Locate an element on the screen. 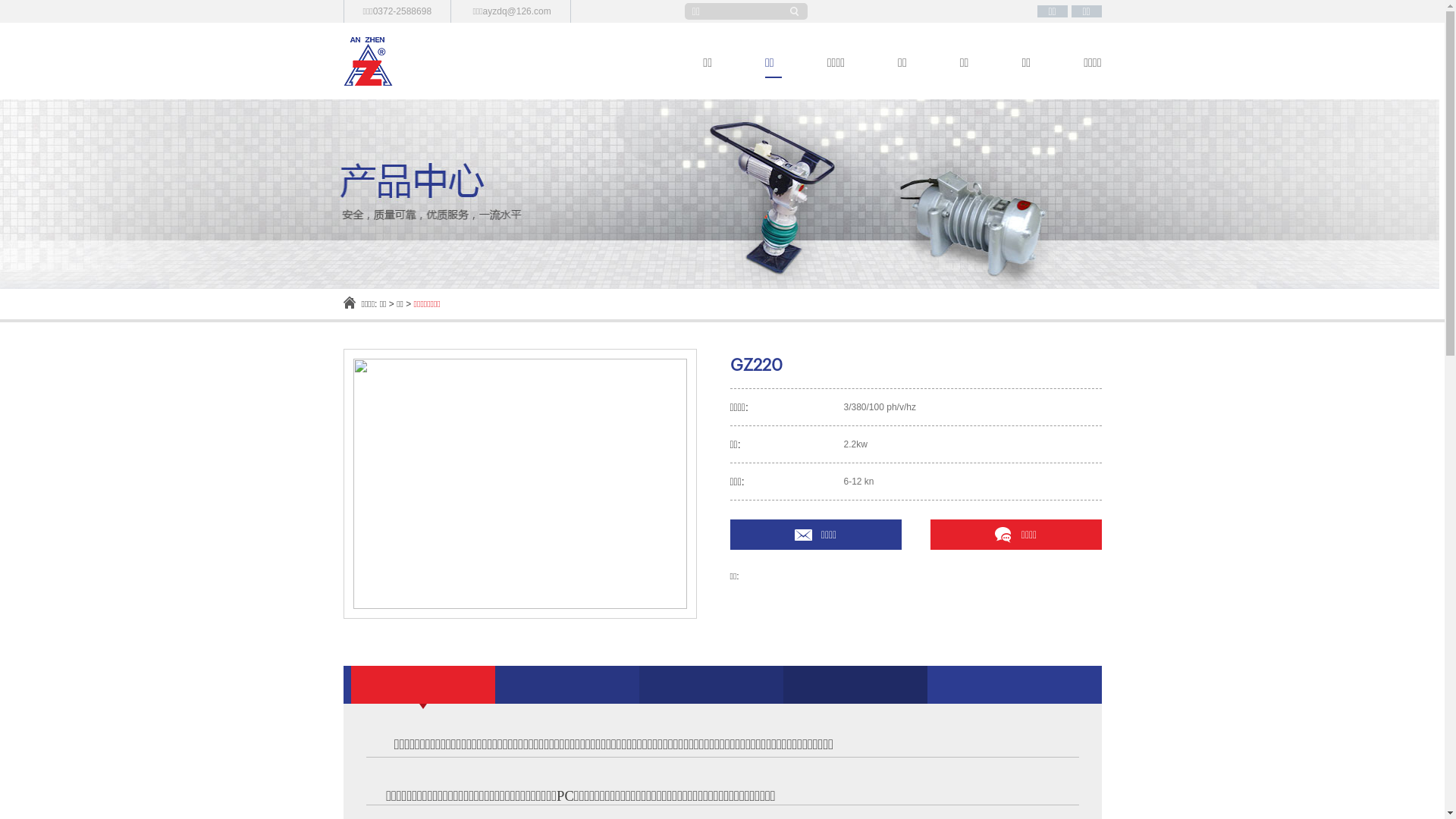 Image resolution: width=1456 pixels, height=819 pixels. 'Search' is located at coordinates (796, 11).